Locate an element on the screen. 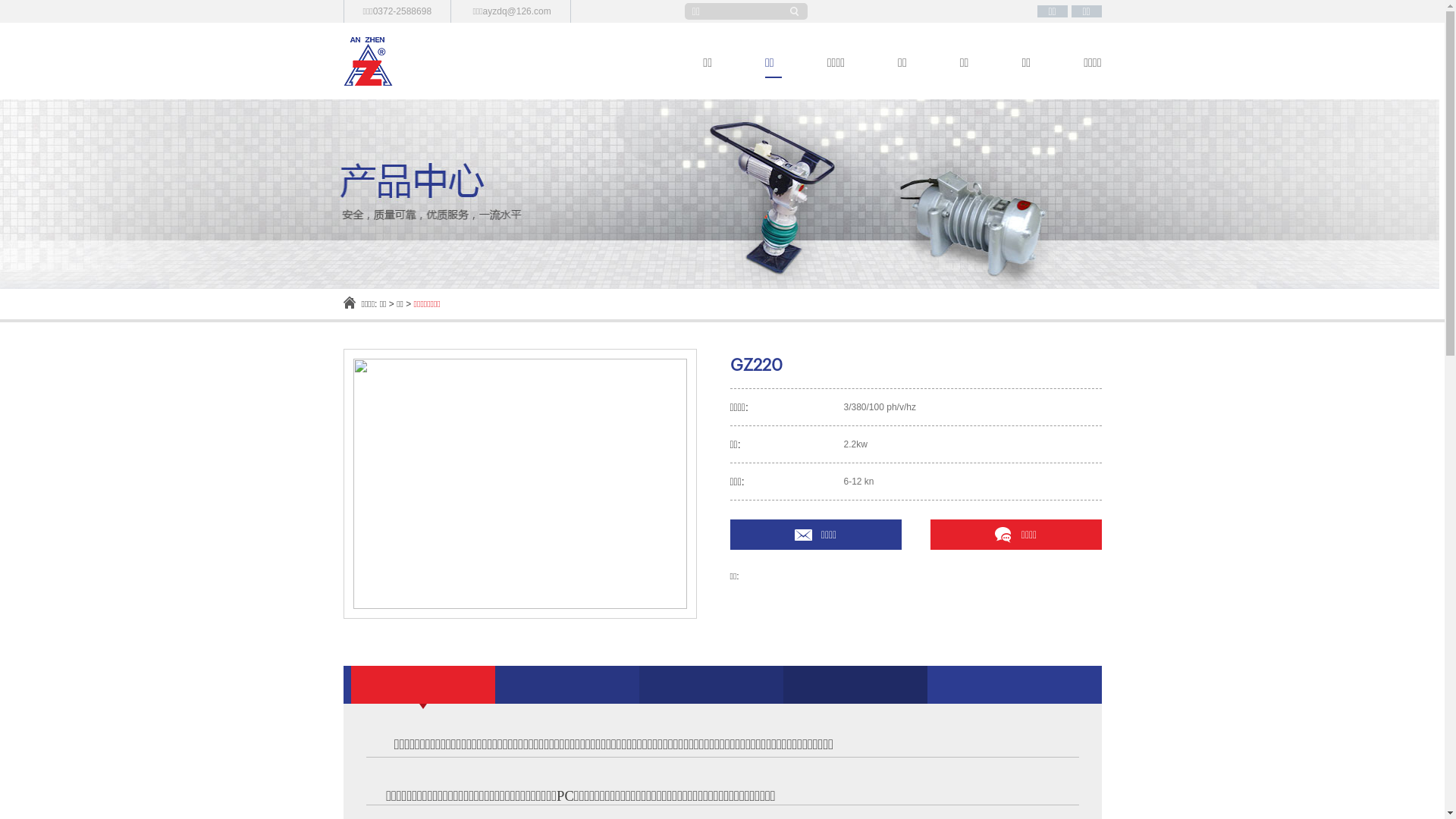 Image resolution: width=1456 pixels, height=819 pixels. 'Search' is located at coordinates (796, 11).